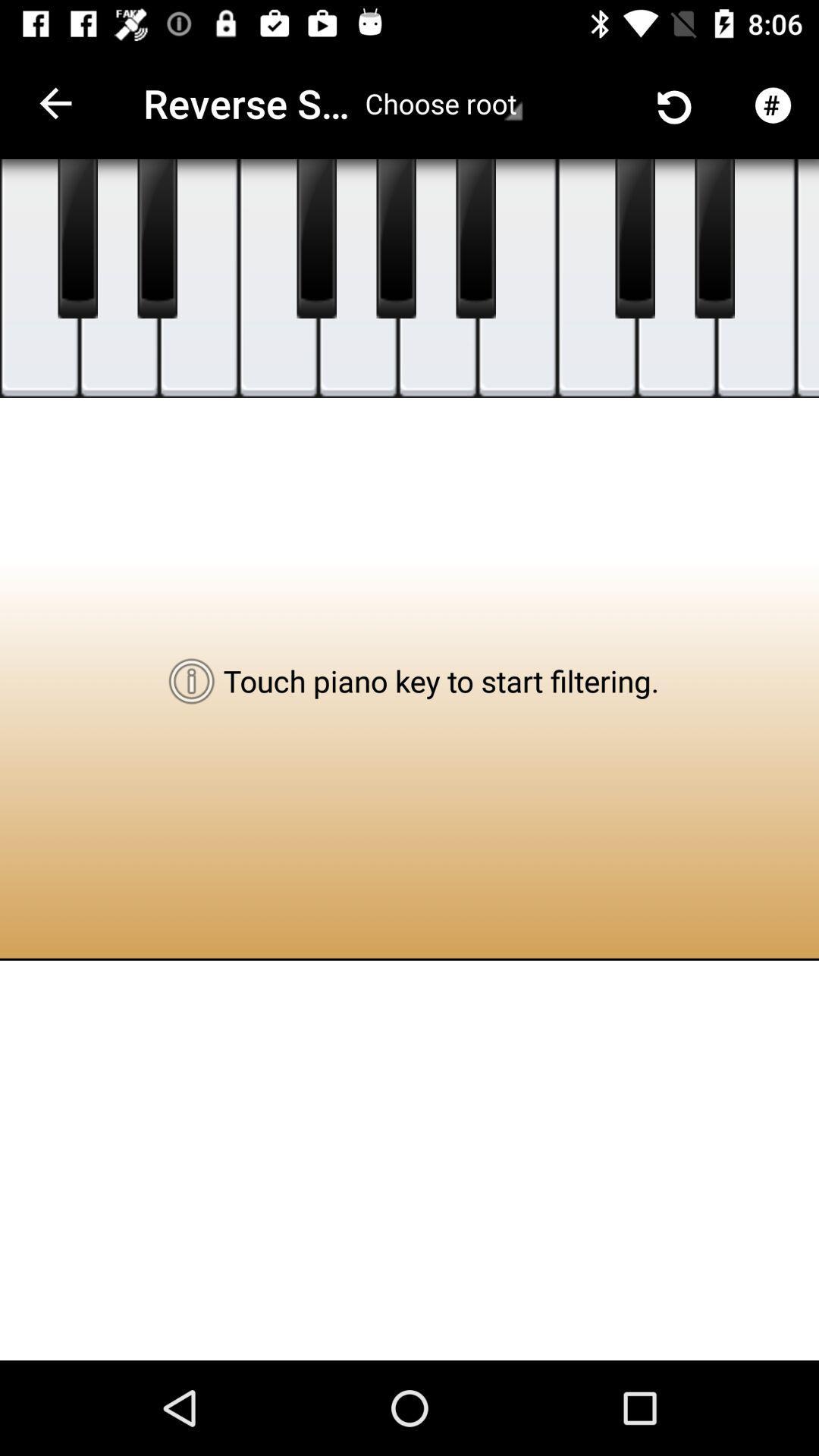  I want to click on item below the choose root, so click(438, 278).